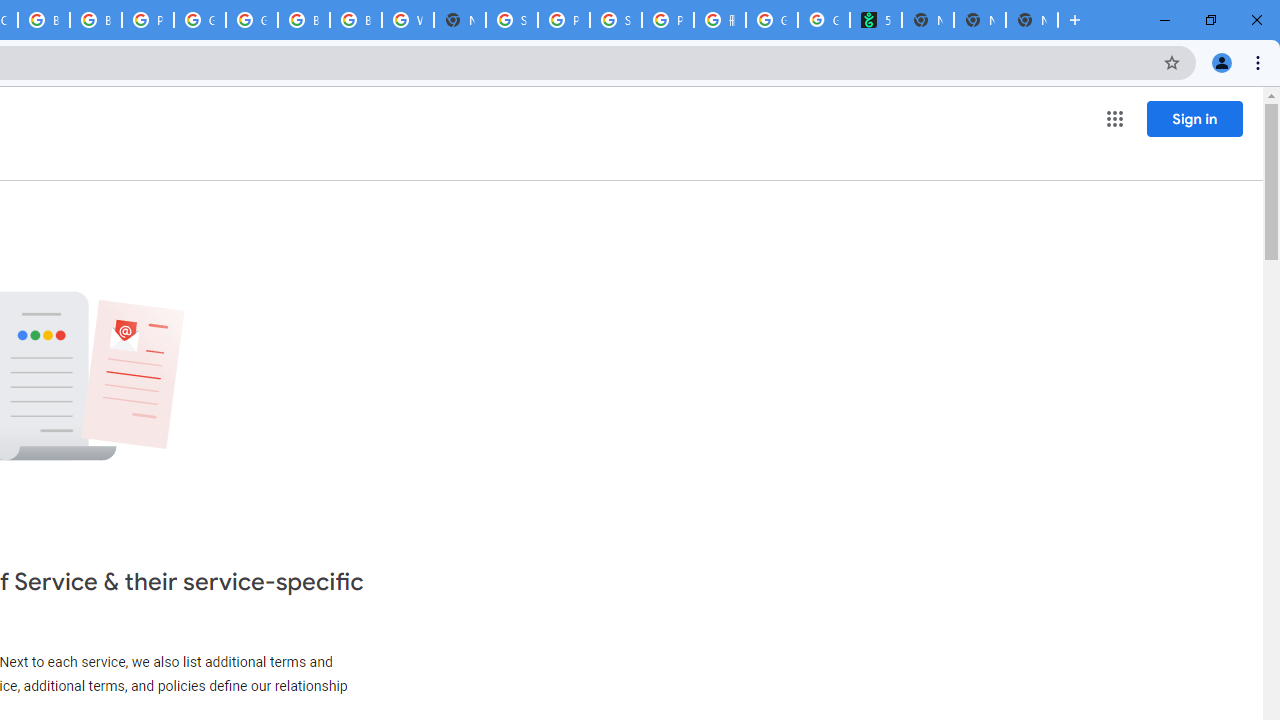 This screenshot has height=720, width=1280. I want to click on 'Restore', so click(1209, 20).